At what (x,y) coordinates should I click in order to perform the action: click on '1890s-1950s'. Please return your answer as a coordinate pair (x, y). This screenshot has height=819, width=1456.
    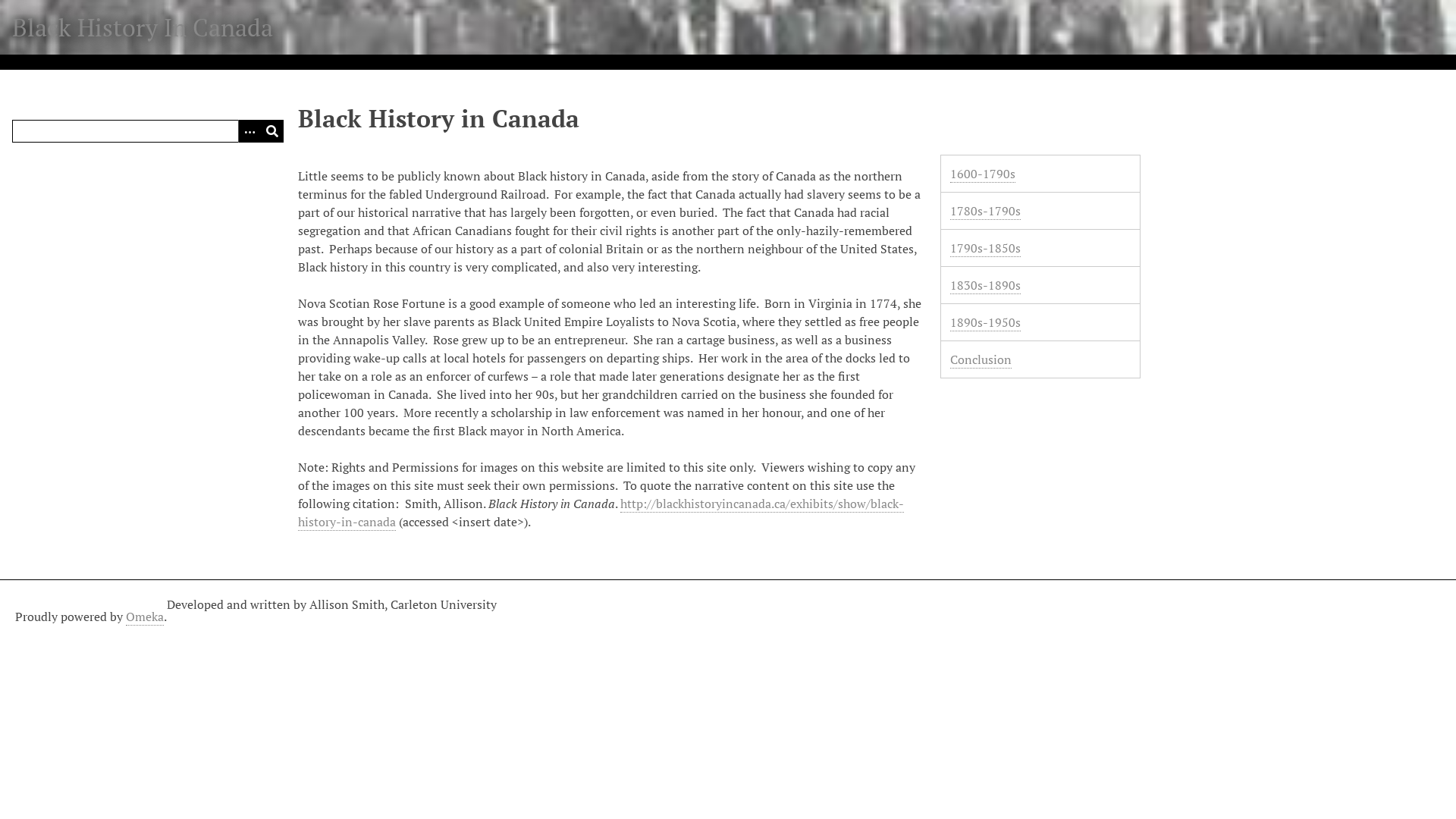
    Looking at the image, I should click on (985, 322).